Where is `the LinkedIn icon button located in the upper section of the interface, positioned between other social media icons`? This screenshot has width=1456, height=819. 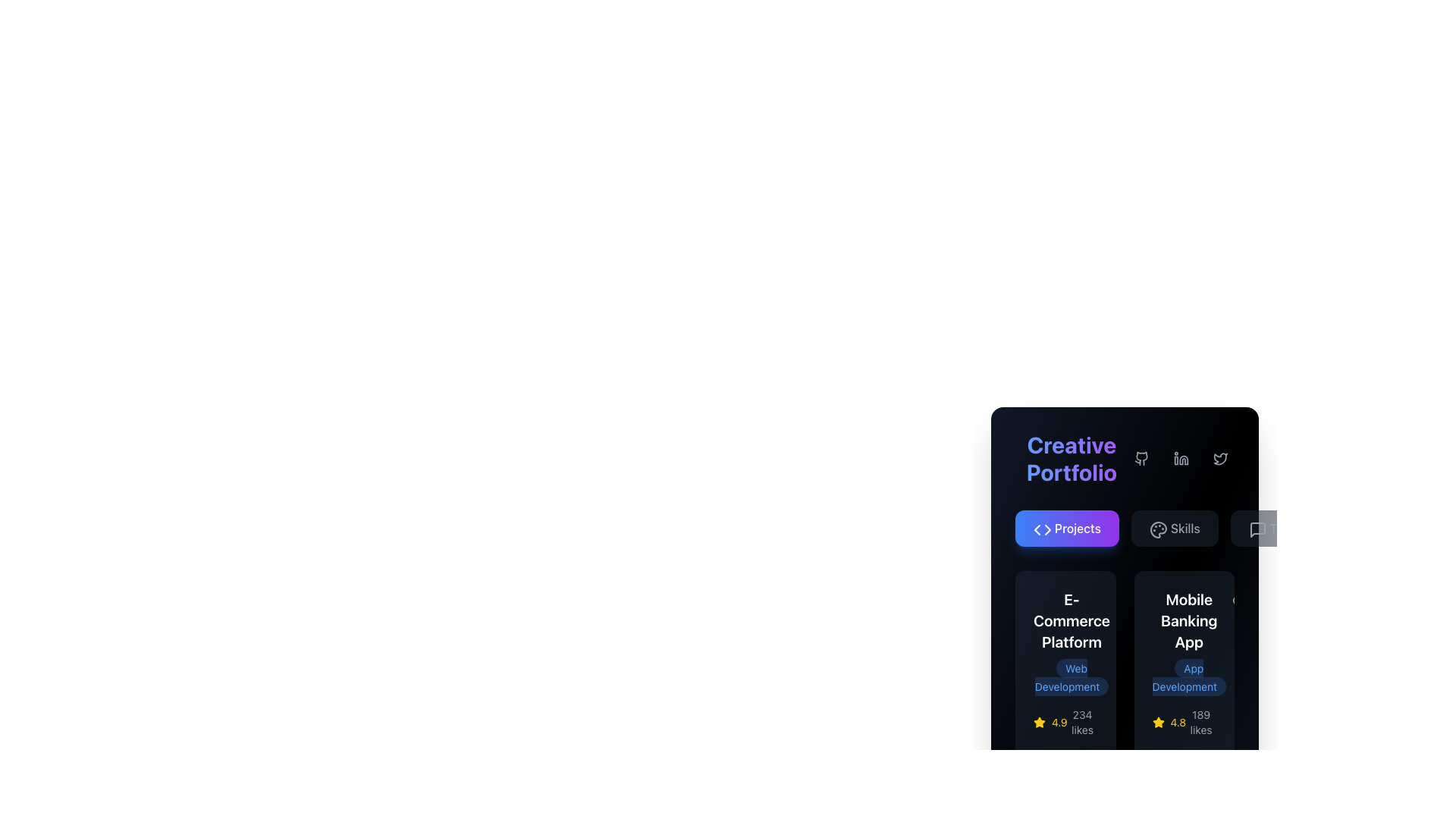
the LinkedIn icon button located in the upper section of the interface, positioned between other social media icons is located at coordinates (1181, 458).